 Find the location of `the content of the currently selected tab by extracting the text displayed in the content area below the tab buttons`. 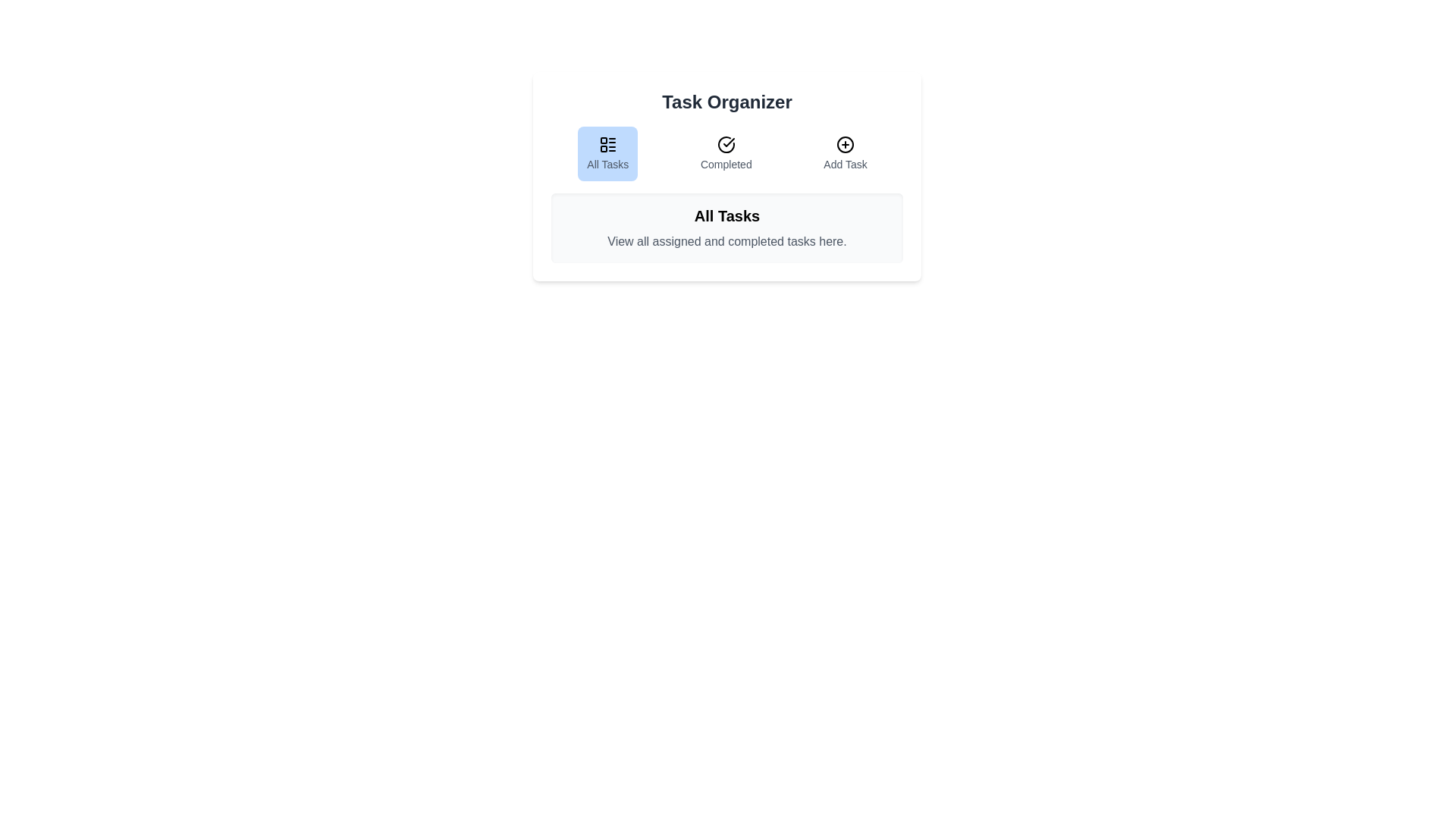

the content of the currently selected tab by extracting the text displayed in the content area below the tab buttons is located at coordinates (726, 227).